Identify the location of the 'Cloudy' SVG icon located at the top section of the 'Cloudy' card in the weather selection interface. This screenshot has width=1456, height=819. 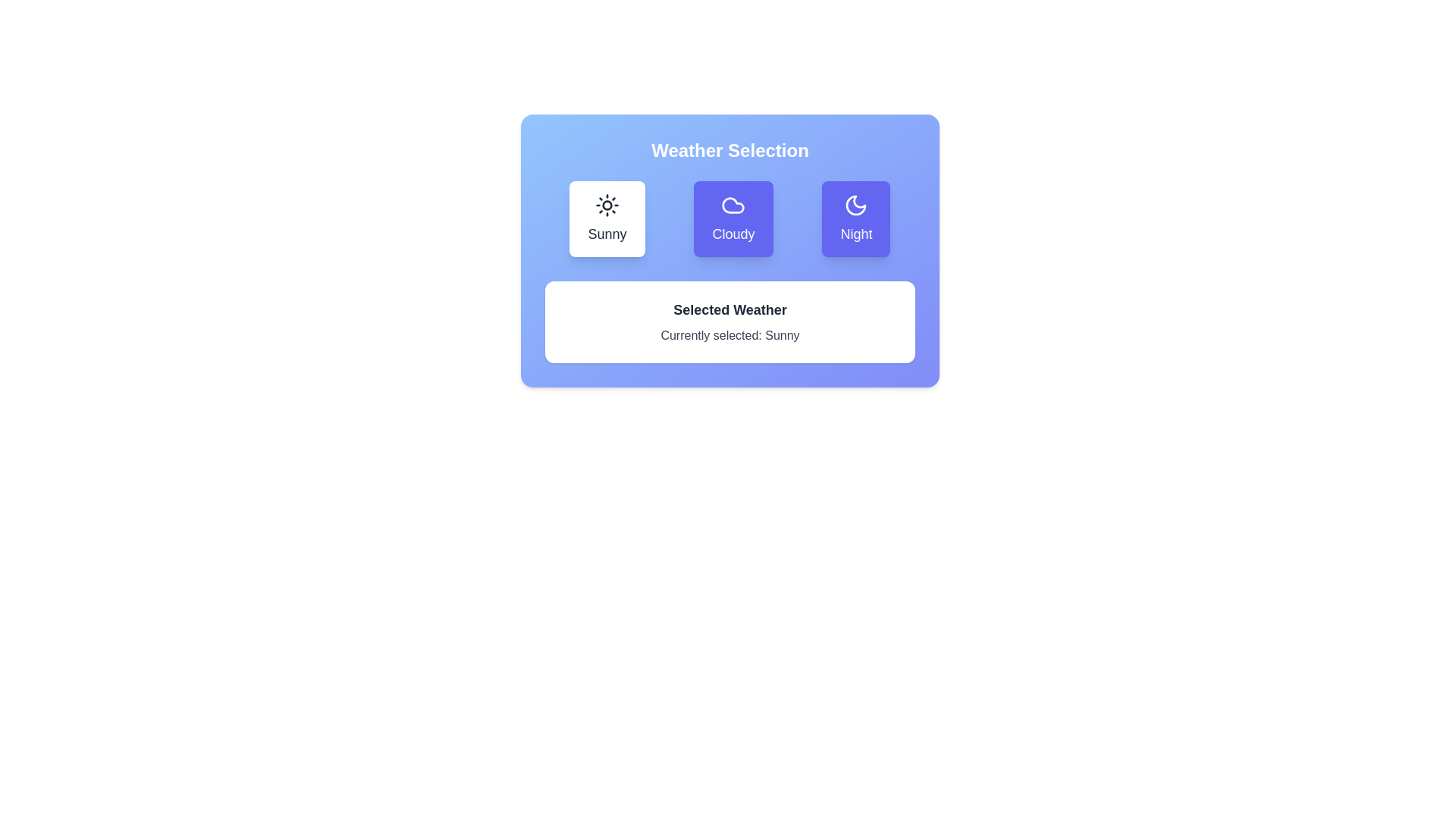
(733, 205).